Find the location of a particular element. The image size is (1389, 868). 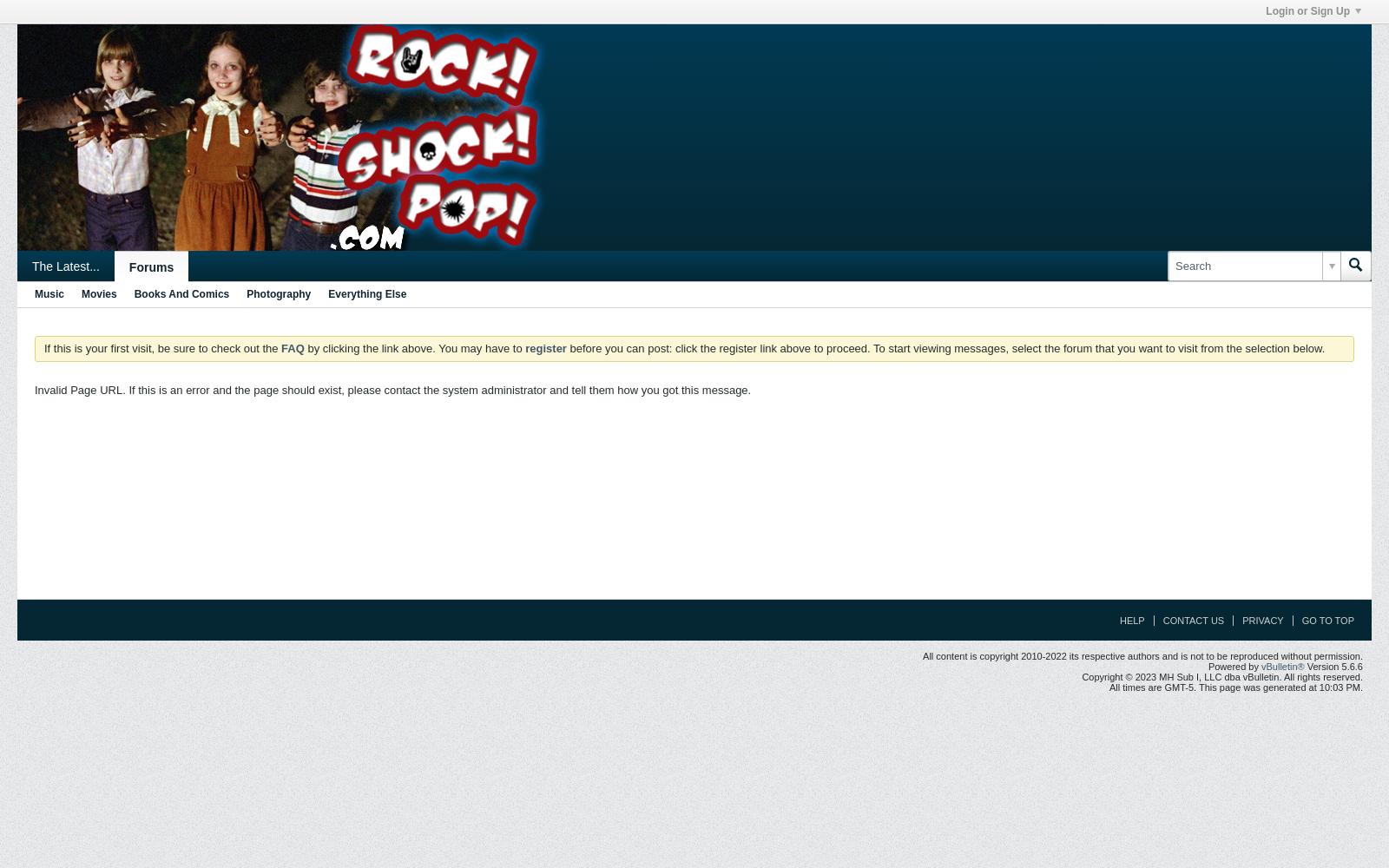

'Login or Sign Up' is located at coordinates (1307, 11).